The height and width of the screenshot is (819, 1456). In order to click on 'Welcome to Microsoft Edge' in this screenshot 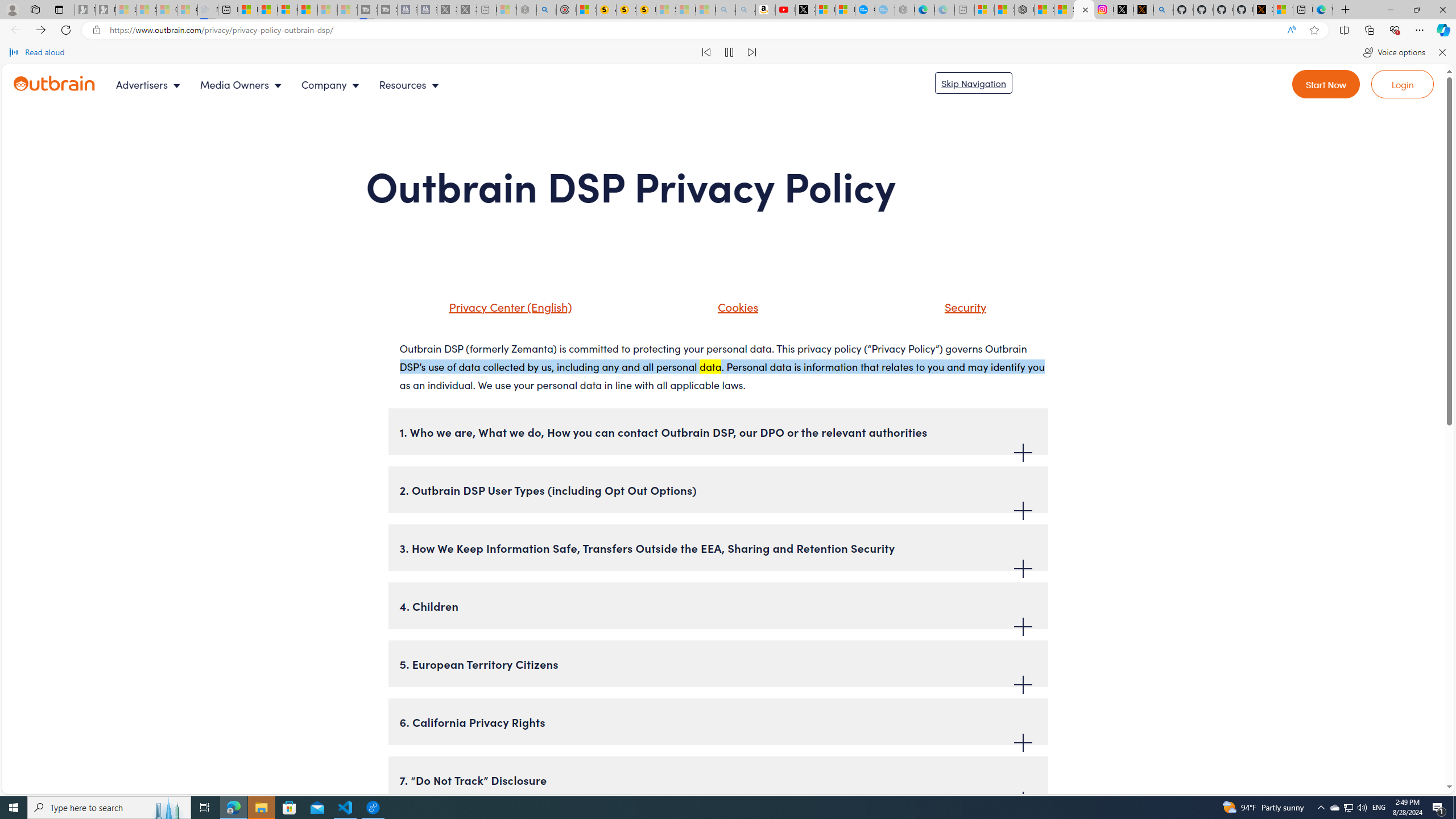, I will do `click(1322, 9)`.